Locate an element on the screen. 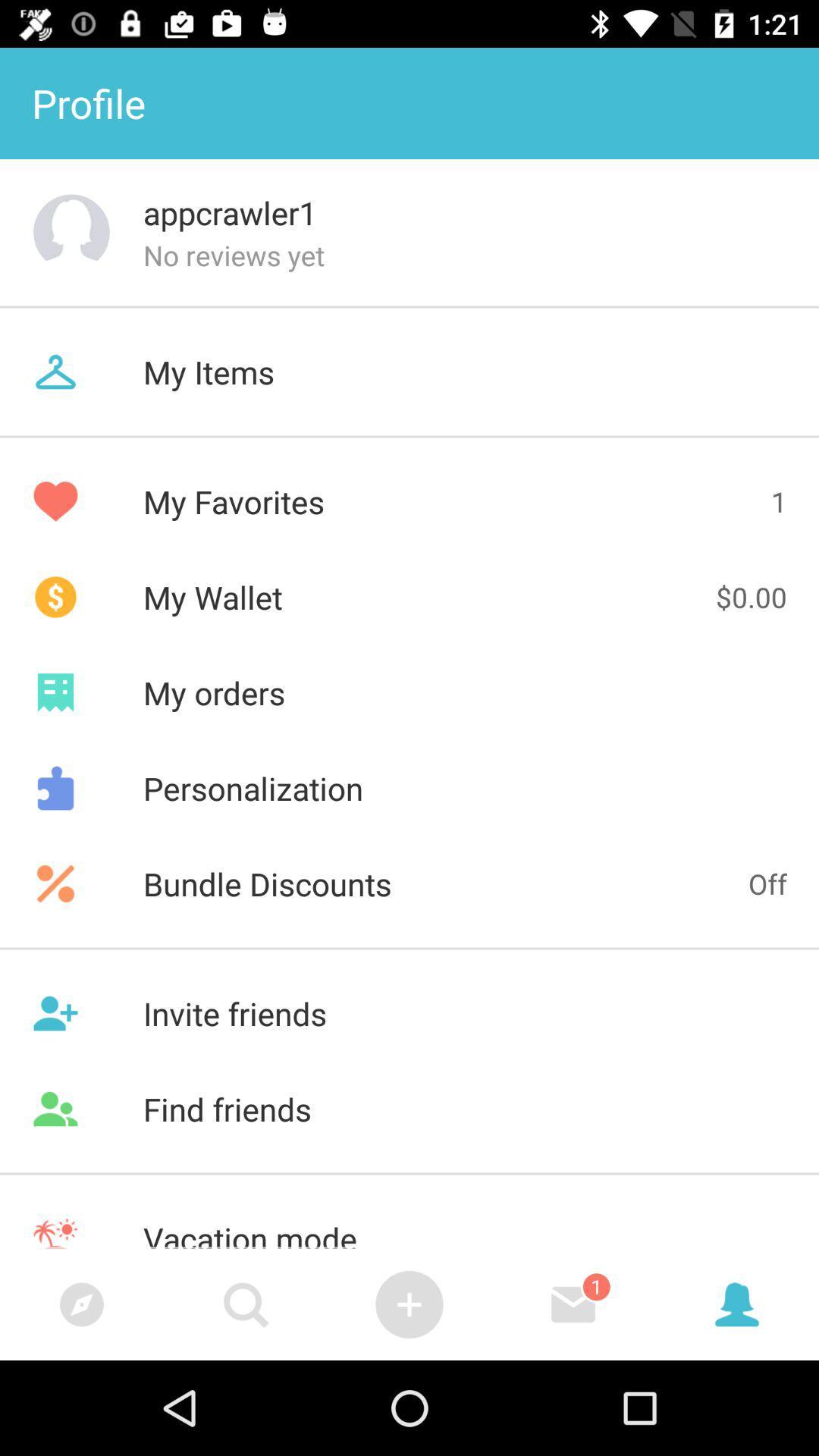  item above bundle discounts icon is located at coordinates (409, 788).